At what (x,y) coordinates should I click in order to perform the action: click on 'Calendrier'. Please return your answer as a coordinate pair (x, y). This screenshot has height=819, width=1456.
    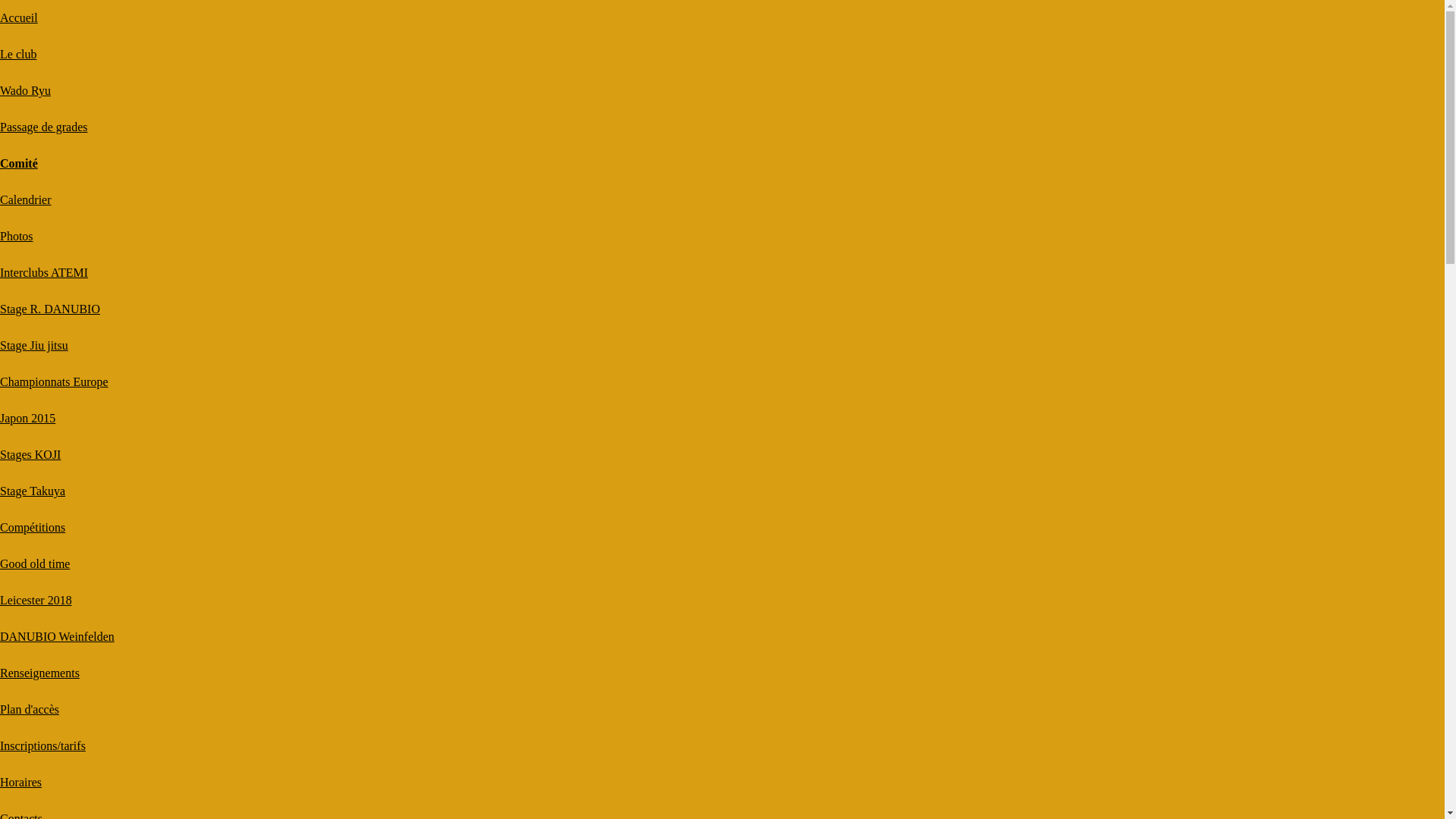
    Looking at the image, I should click on (25, 199).